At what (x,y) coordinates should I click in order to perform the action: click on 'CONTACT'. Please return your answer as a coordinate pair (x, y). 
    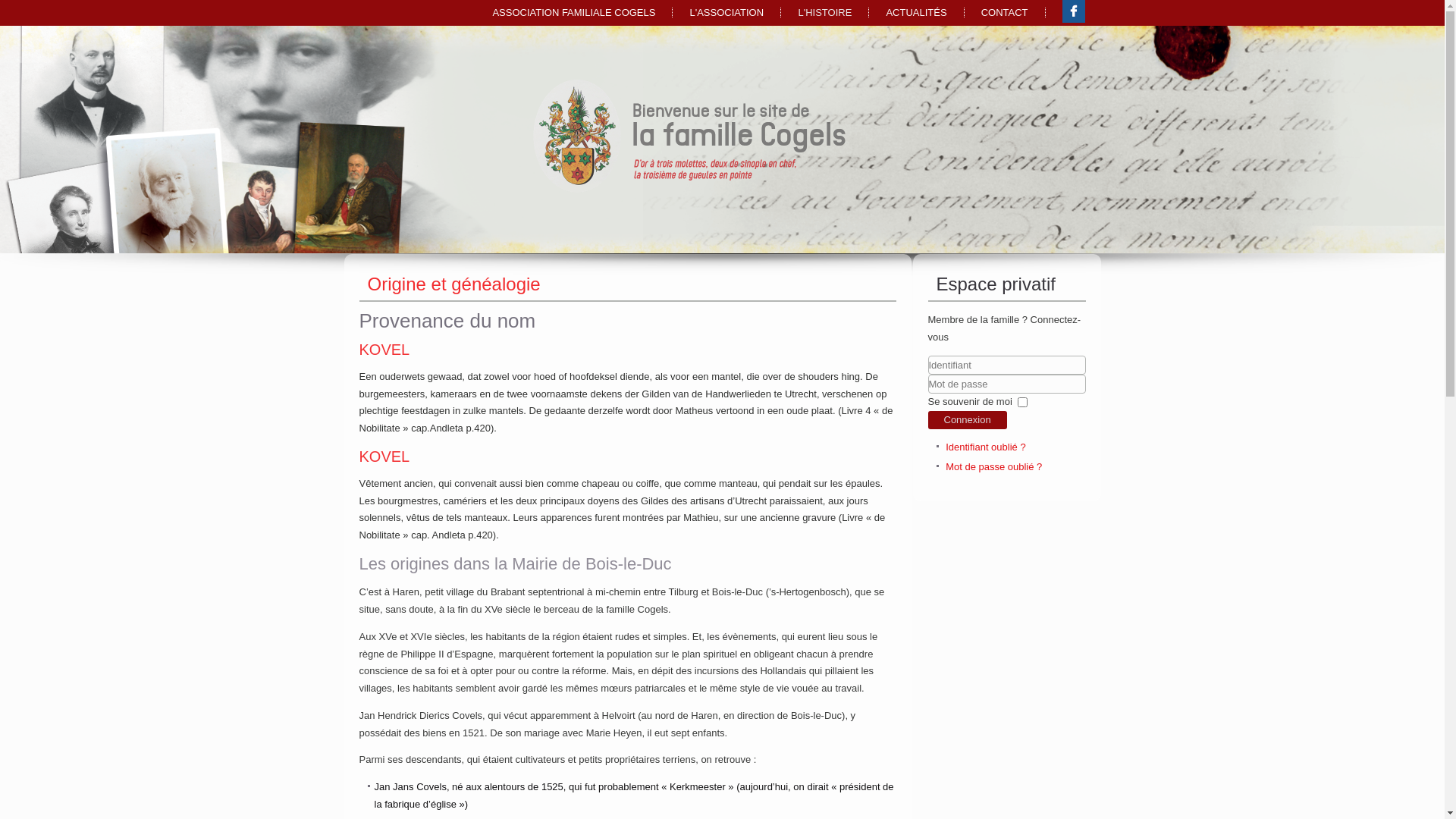
    Looking at the image, I should click on (1004, 12).